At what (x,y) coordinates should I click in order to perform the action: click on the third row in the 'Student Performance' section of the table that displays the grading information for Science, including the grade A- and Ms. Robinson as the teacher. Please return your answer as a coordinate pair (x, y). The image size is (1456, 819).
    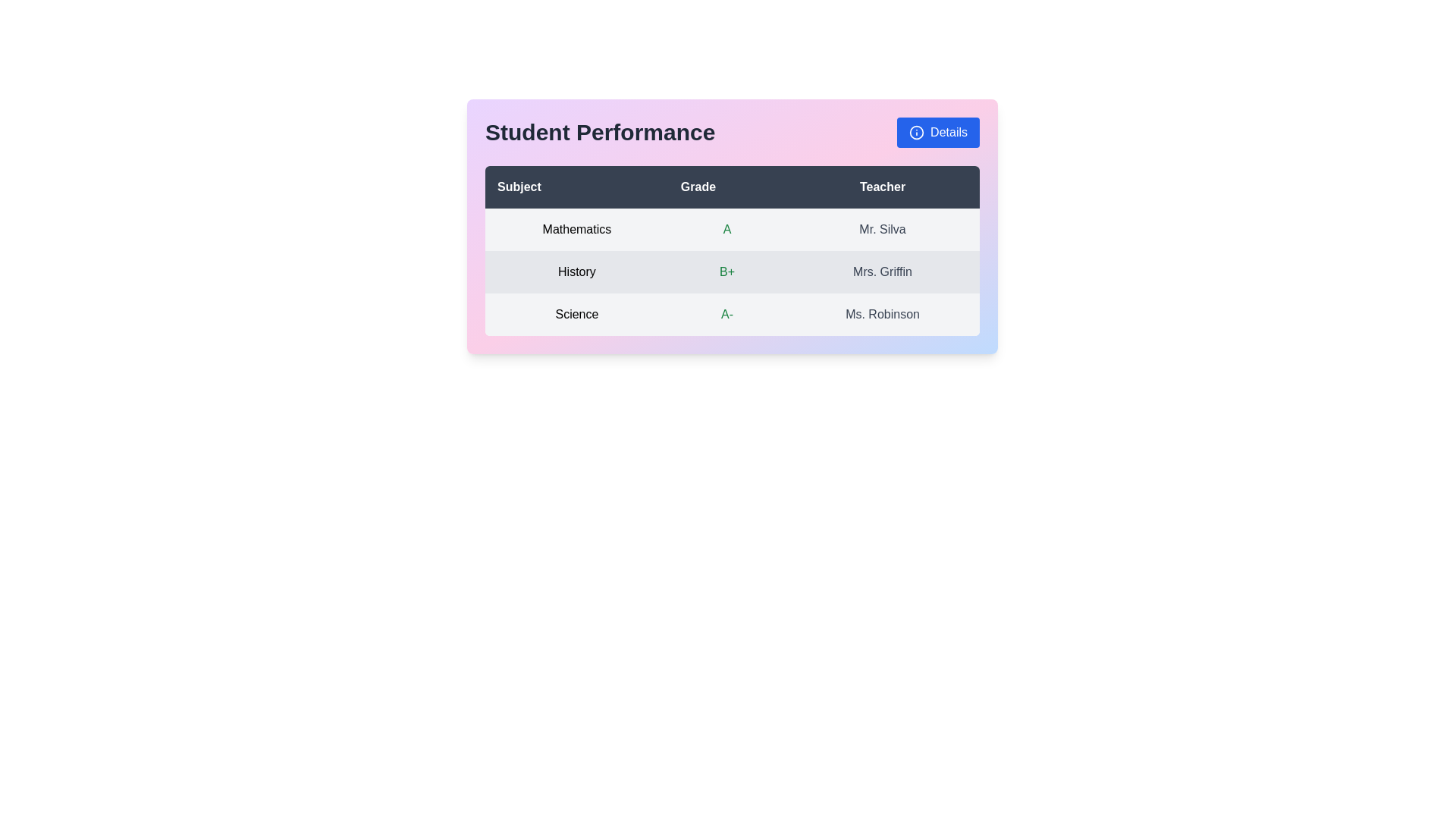
    Looking at the image, I should click on (732, 314).